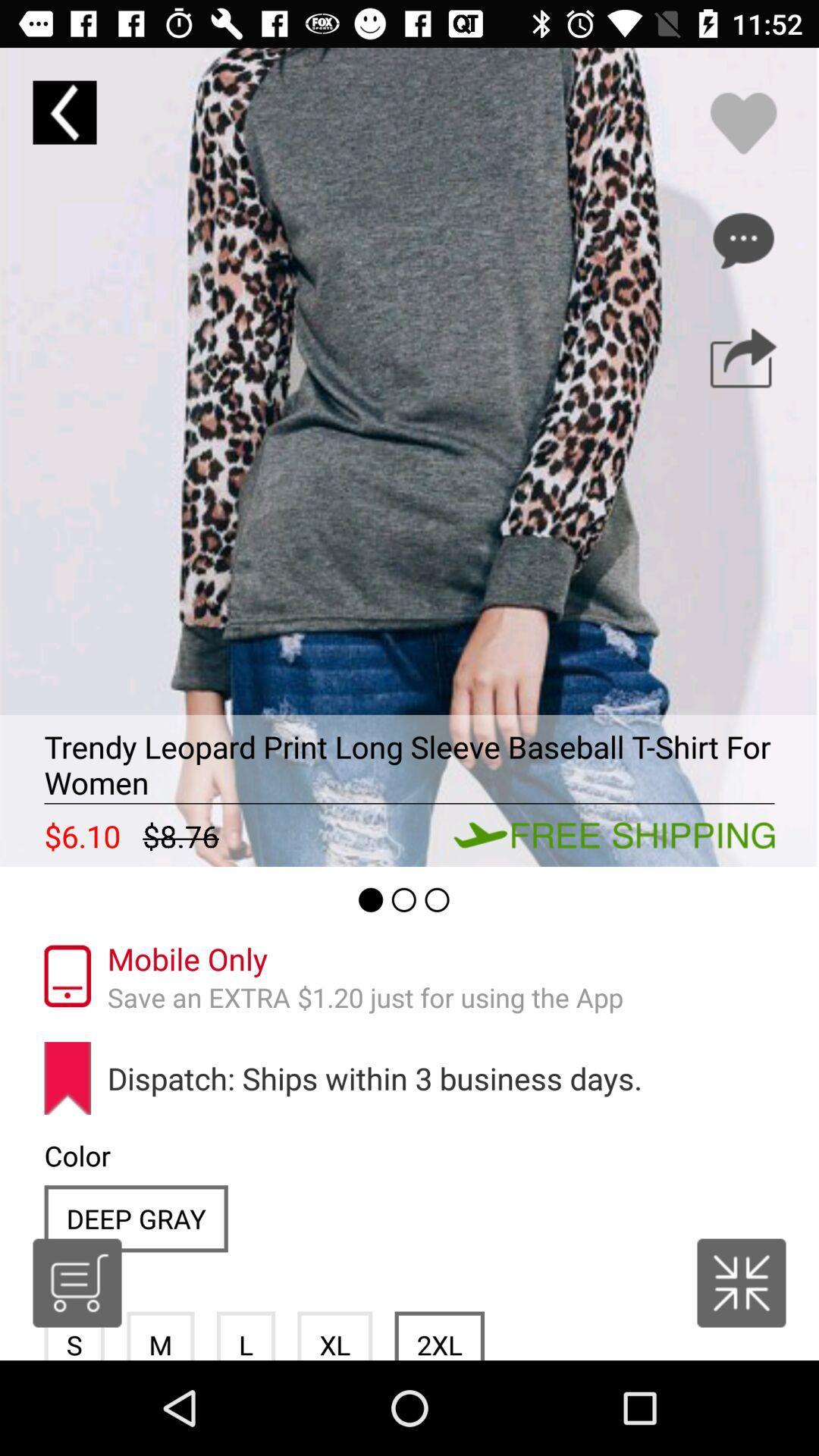  What do you see at coordinates (334, 1335) in the screenshot?
I see `icon below the dispatch ships within item` at bounding box center [334, 1335].